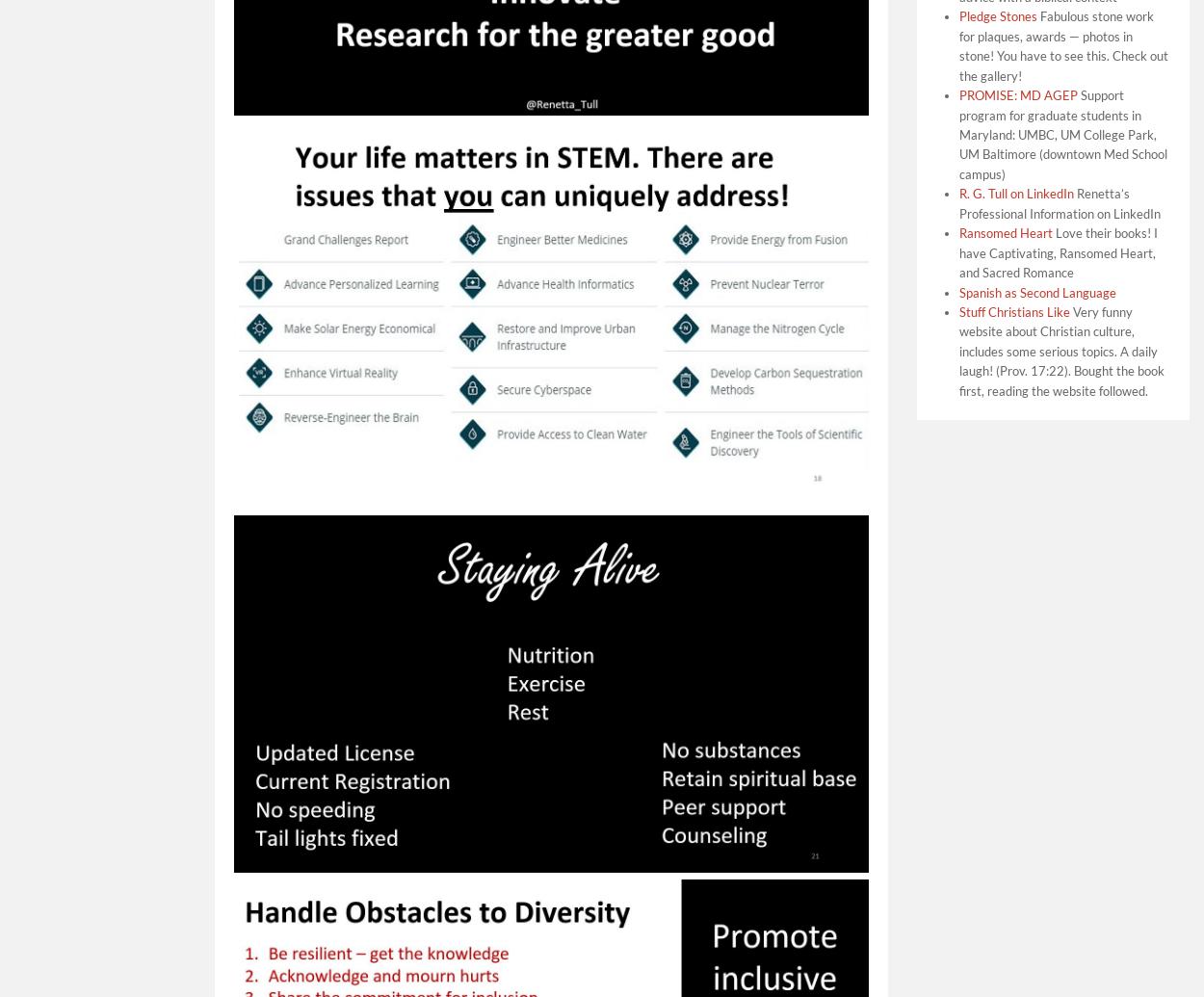 Image resolution: width=1204 pixels, height=997 pixels. I want to click on 'Spanish as Second Language', so click(1036, 292).